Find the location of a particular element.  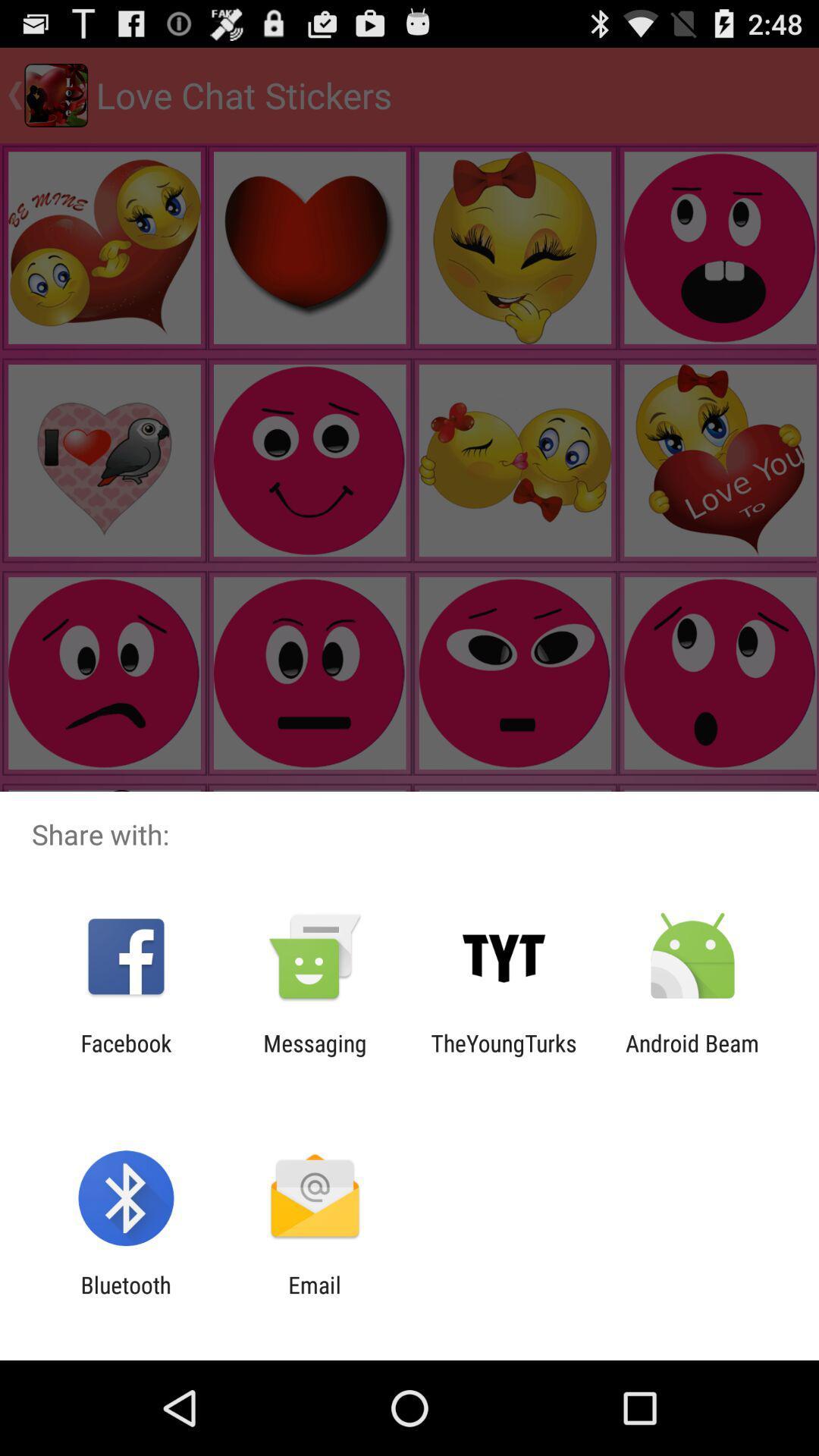

icon to the left of the android beam is located at coordinates (504, 1056).